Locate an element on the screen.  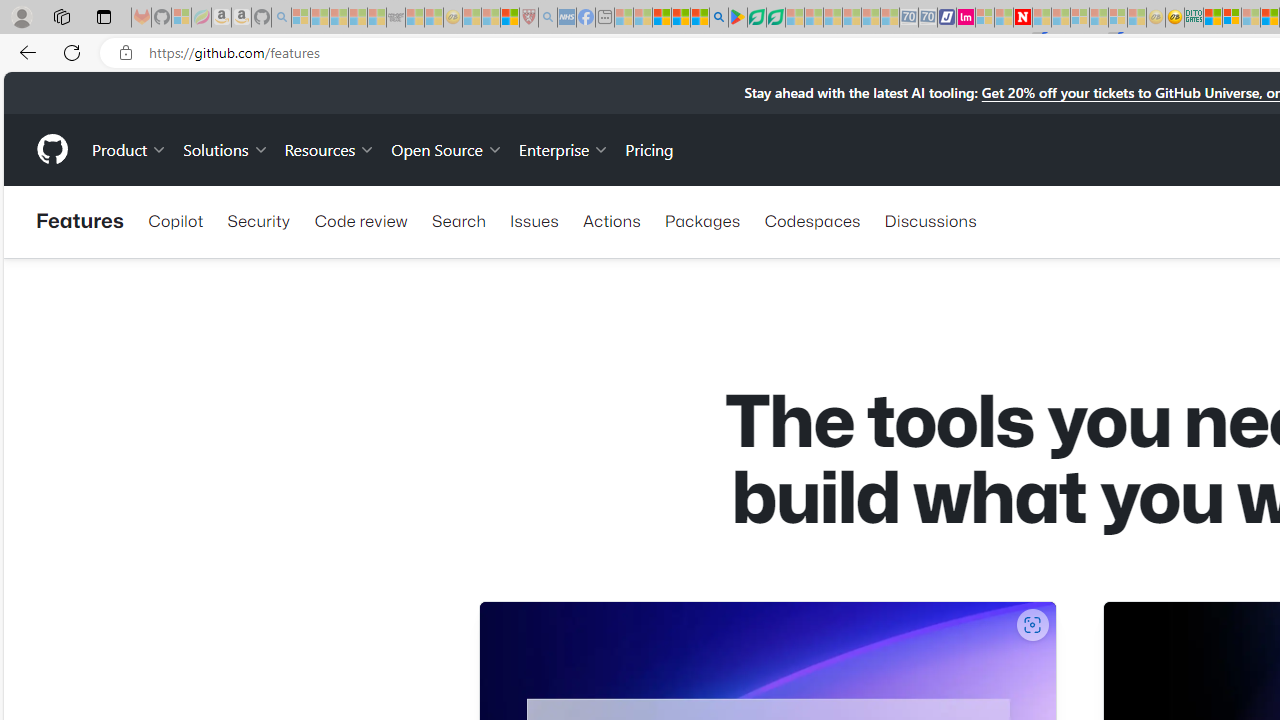
'Product' is located at coordinates (129, 148).